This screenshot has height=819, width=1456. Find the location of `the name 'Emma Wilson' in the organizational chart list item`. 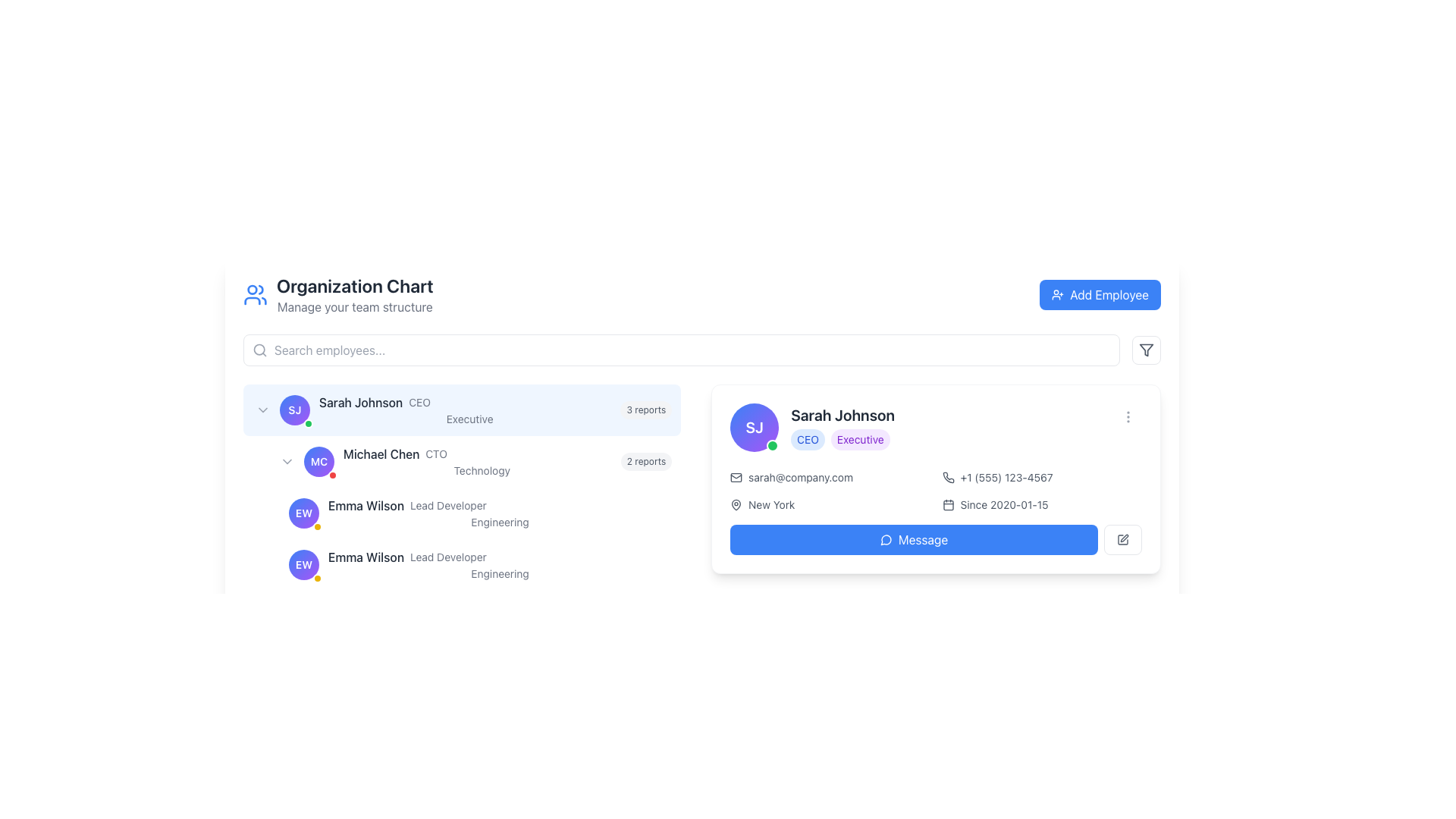

the name 'Emma Wilson' in the organizational chart list item is located at coordinates (461, 513).